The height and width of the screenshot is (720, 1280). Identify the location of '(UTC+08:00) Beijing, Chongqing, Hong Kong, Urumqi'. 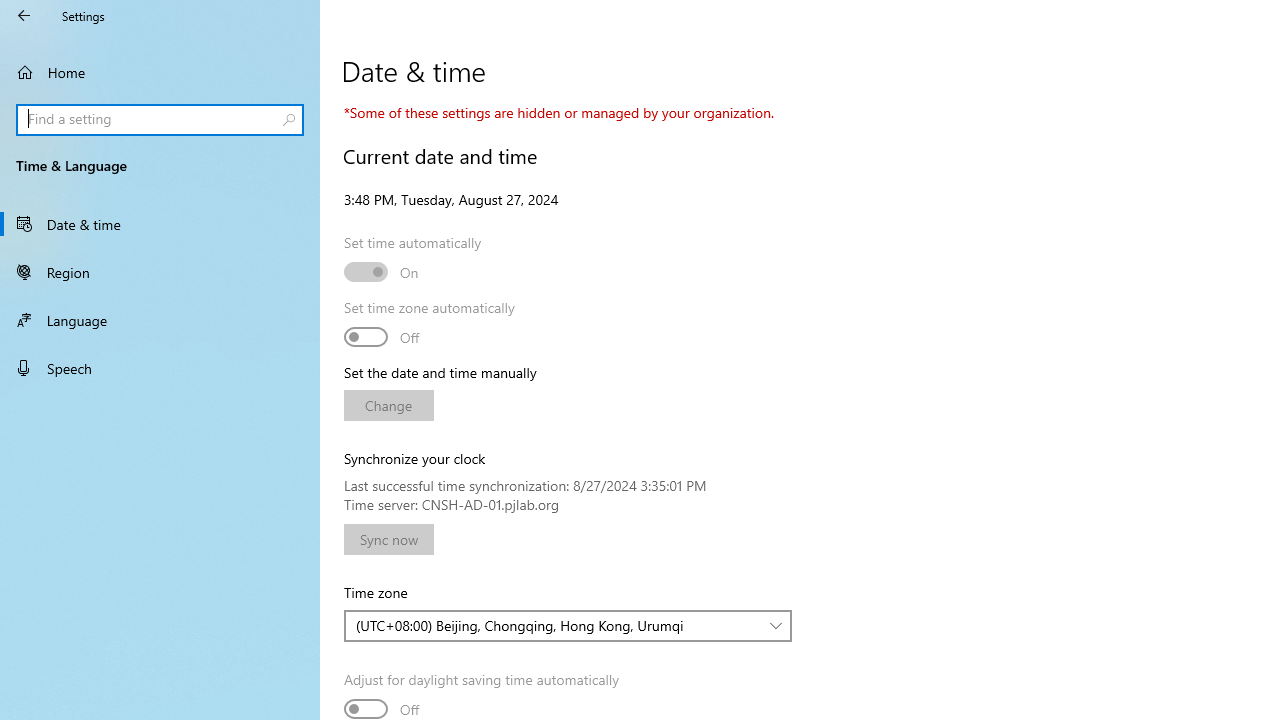
(558, 624).